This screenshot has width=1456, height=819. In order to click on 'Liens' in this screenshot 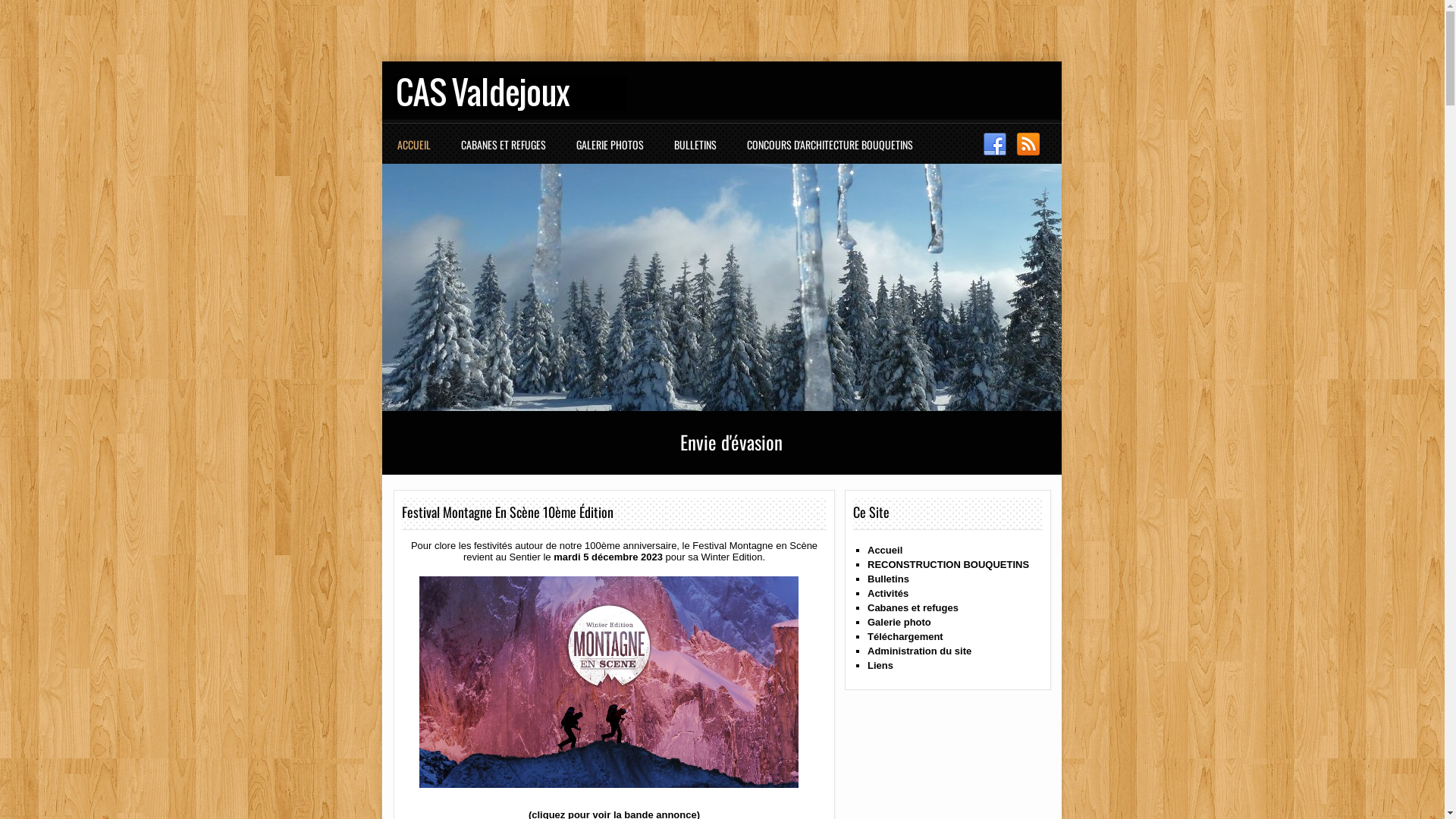, I will do `click(880, 664)`.